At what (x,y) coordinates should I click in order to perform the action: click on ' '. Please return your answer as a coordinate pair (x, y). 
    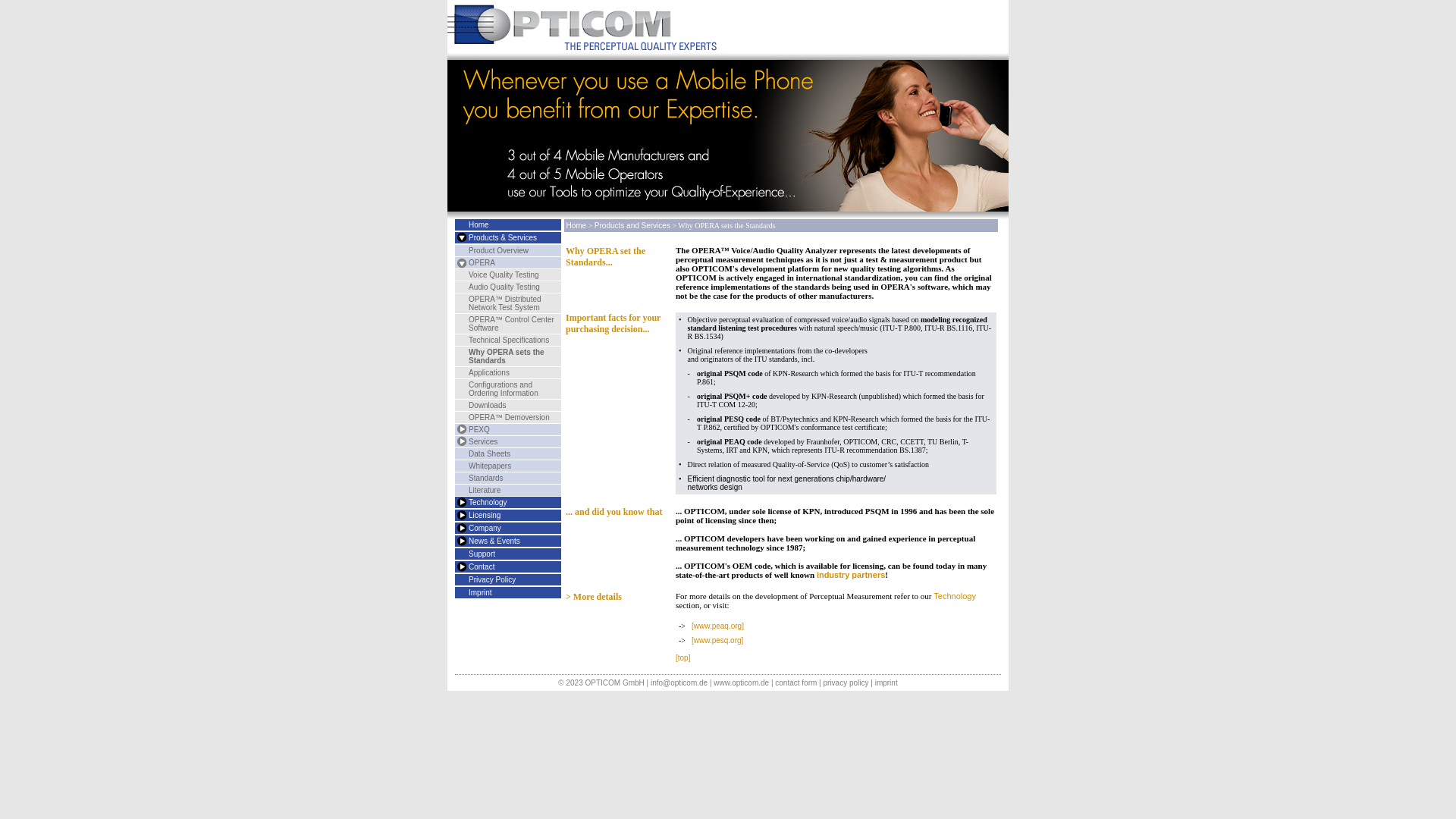
    Looking at the image, I should click on (459, 237).